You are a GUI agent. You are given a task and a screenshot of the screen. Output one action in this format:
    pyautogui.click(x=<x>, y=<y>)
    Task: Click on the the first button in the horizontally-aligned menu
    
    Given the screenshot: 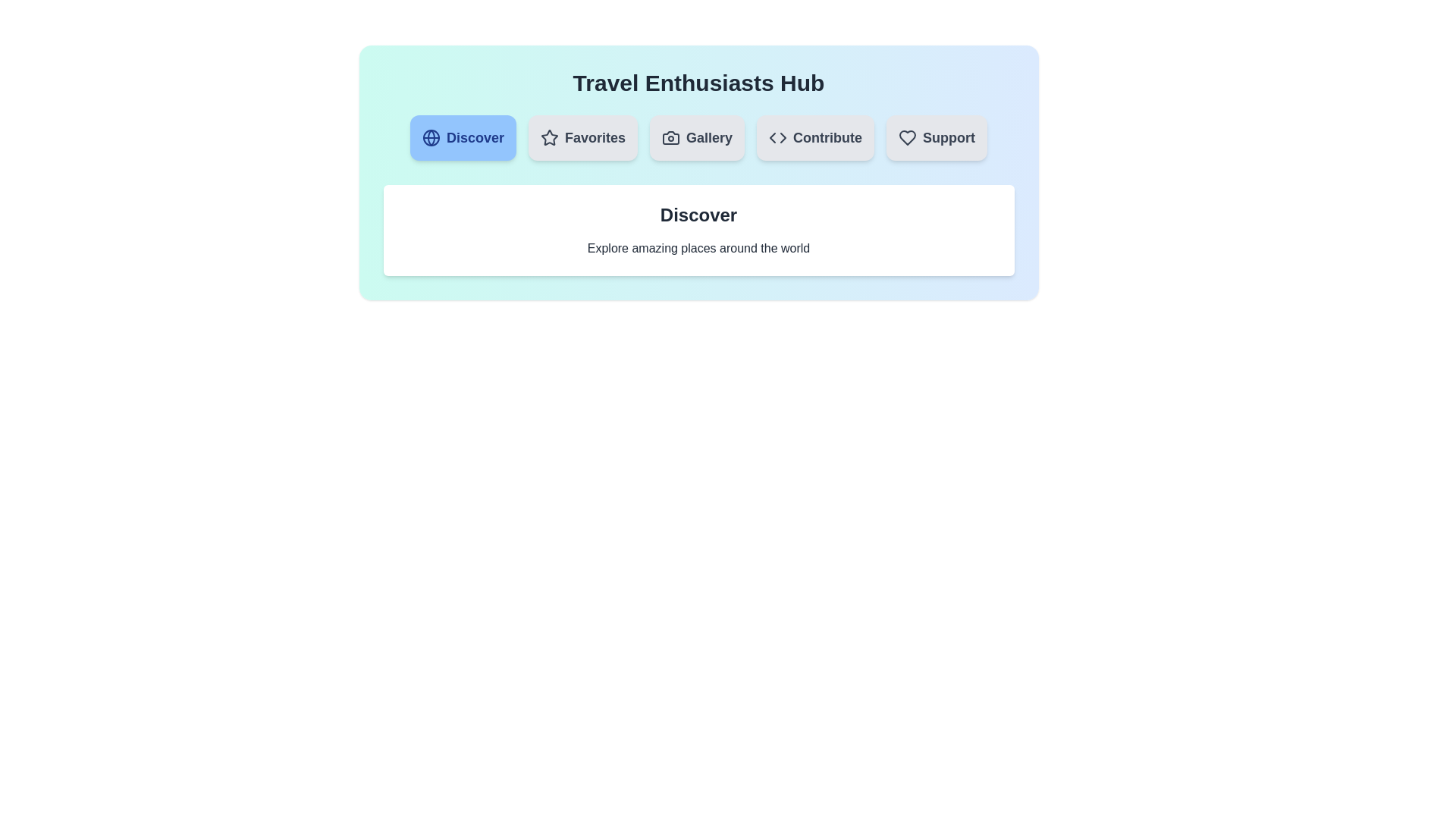 What is the action you would take?
    pyautogui.click(x=462, y=137)
    